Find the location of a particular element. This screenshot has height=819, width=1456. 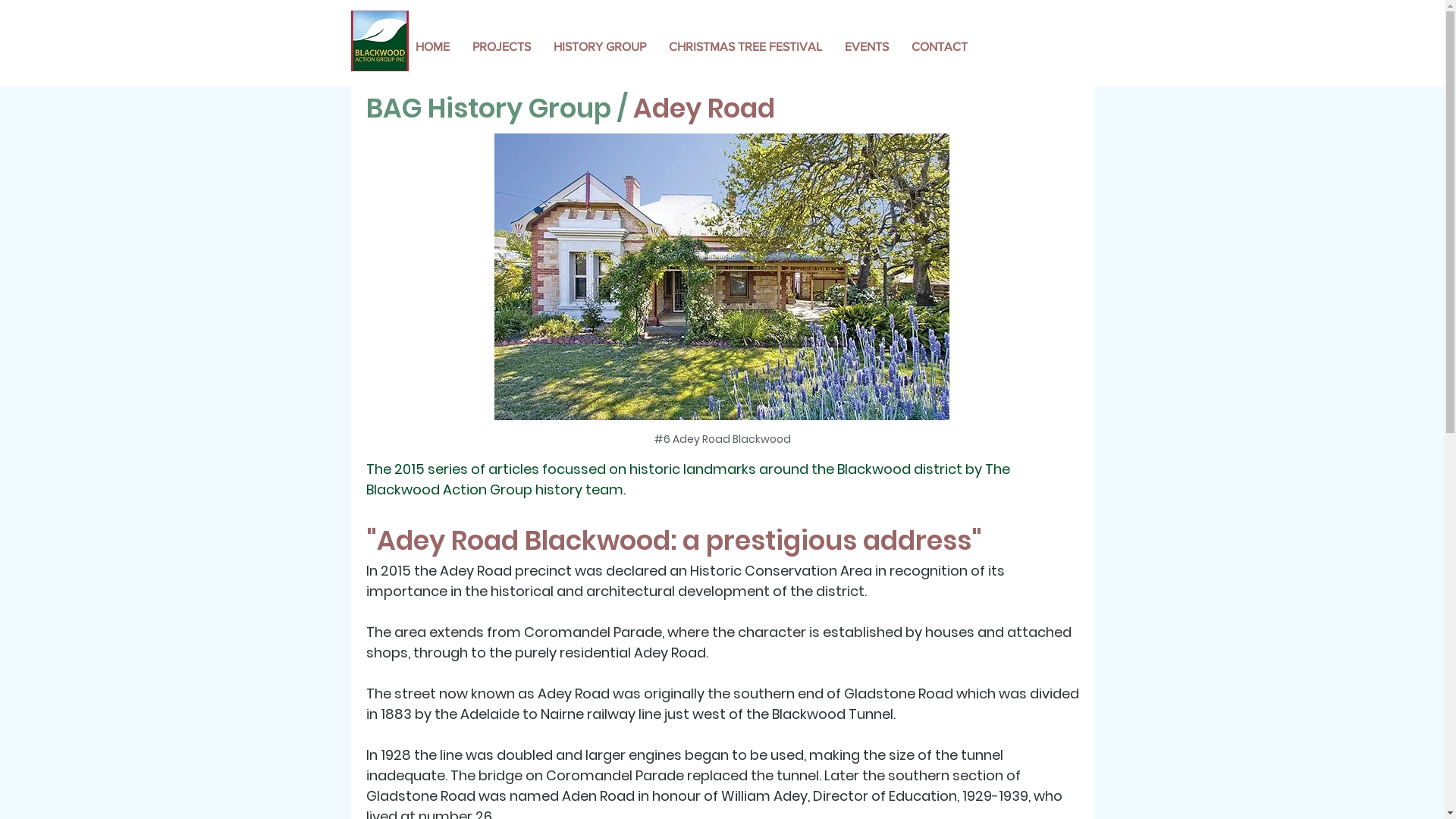

'CHRISTMAS TREE FESTIVAL' is located at coordinates (745, 45).